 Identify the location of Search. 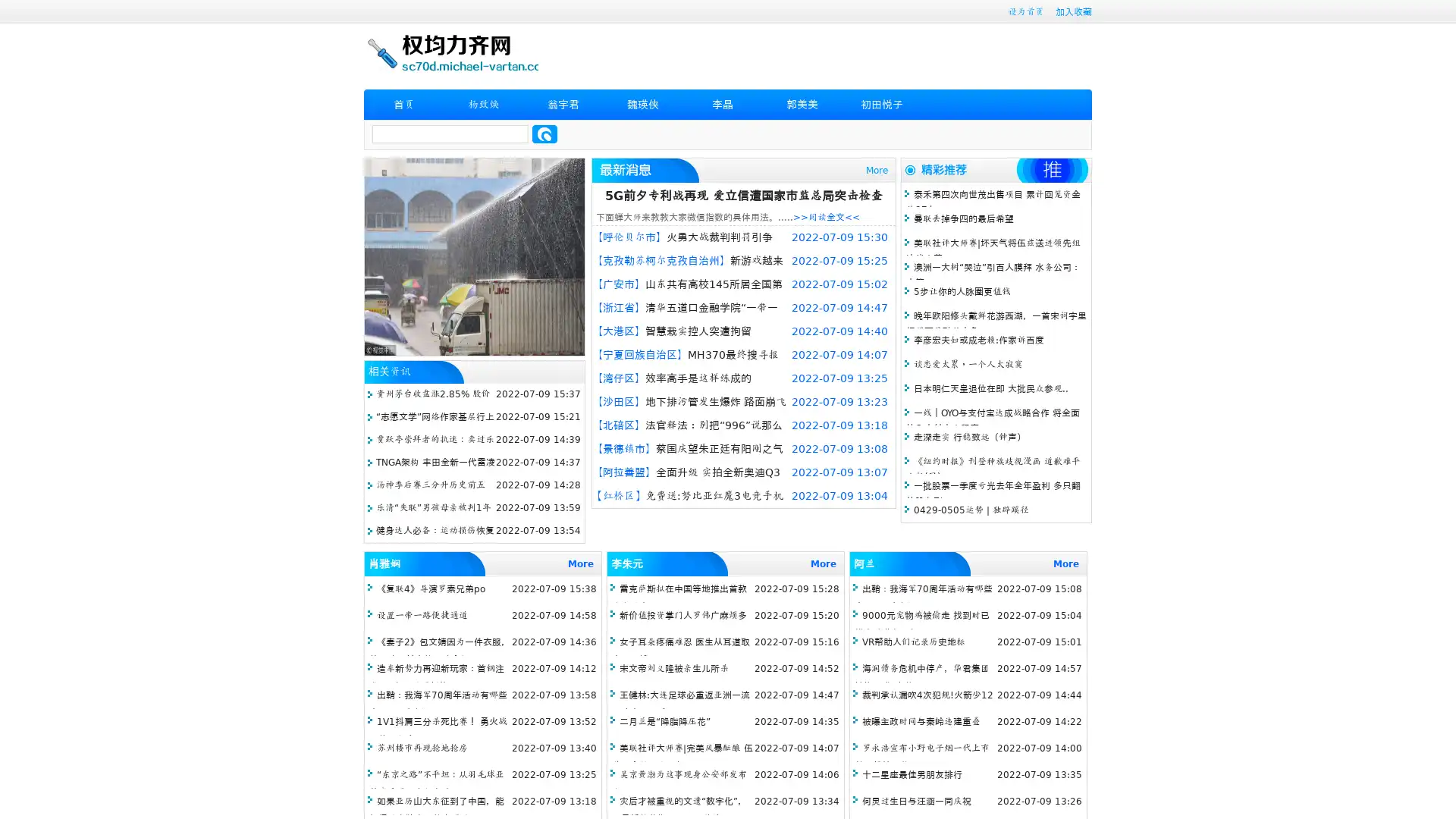
(544, 133).